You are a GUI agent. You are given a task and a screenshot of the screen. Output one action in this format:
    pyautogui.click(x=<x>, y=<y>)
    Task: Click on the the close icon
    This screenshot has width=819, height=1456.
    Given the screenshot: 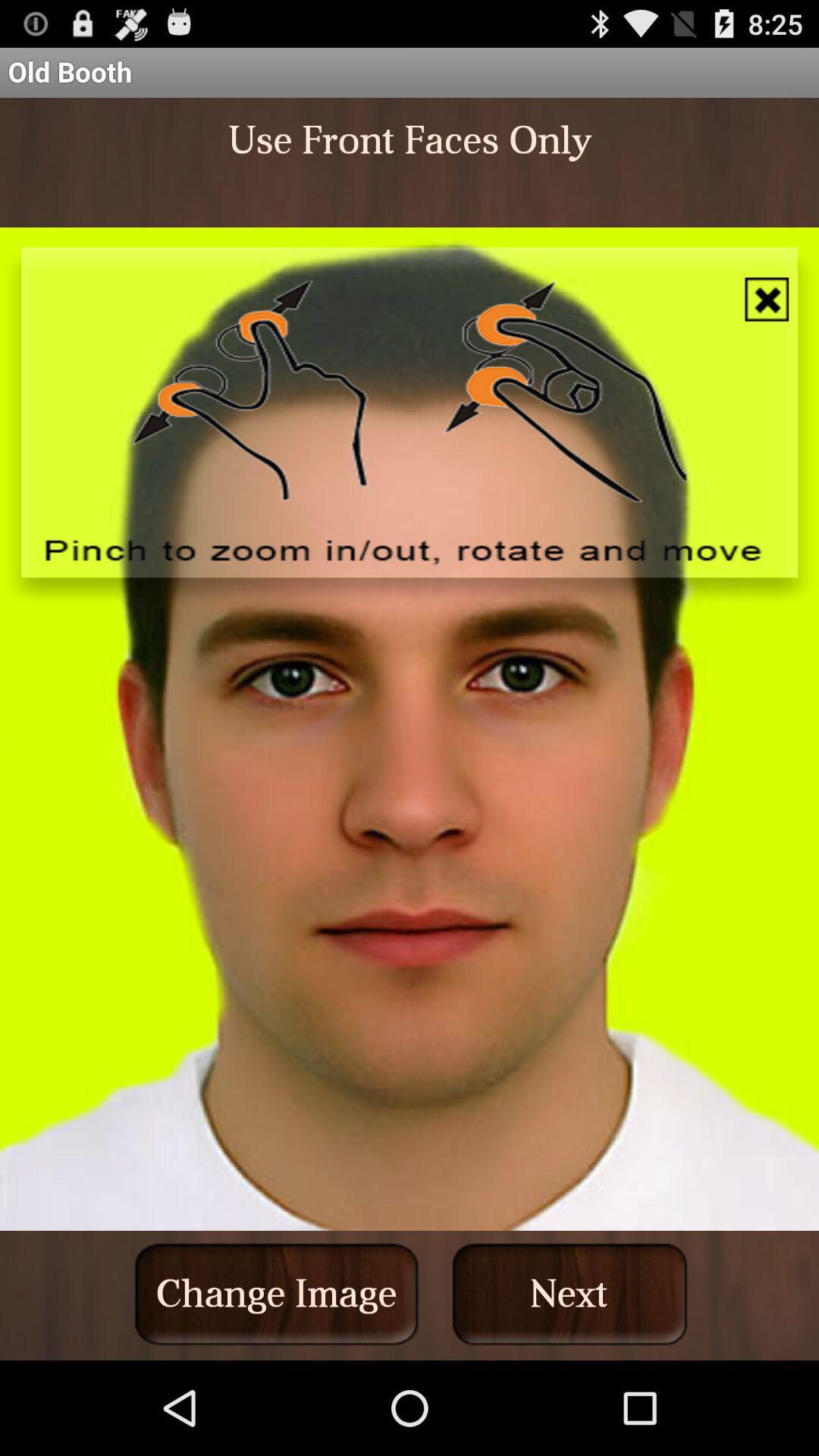 What is the action you would take?
    pyautogui.click(x=767, y=319)
    